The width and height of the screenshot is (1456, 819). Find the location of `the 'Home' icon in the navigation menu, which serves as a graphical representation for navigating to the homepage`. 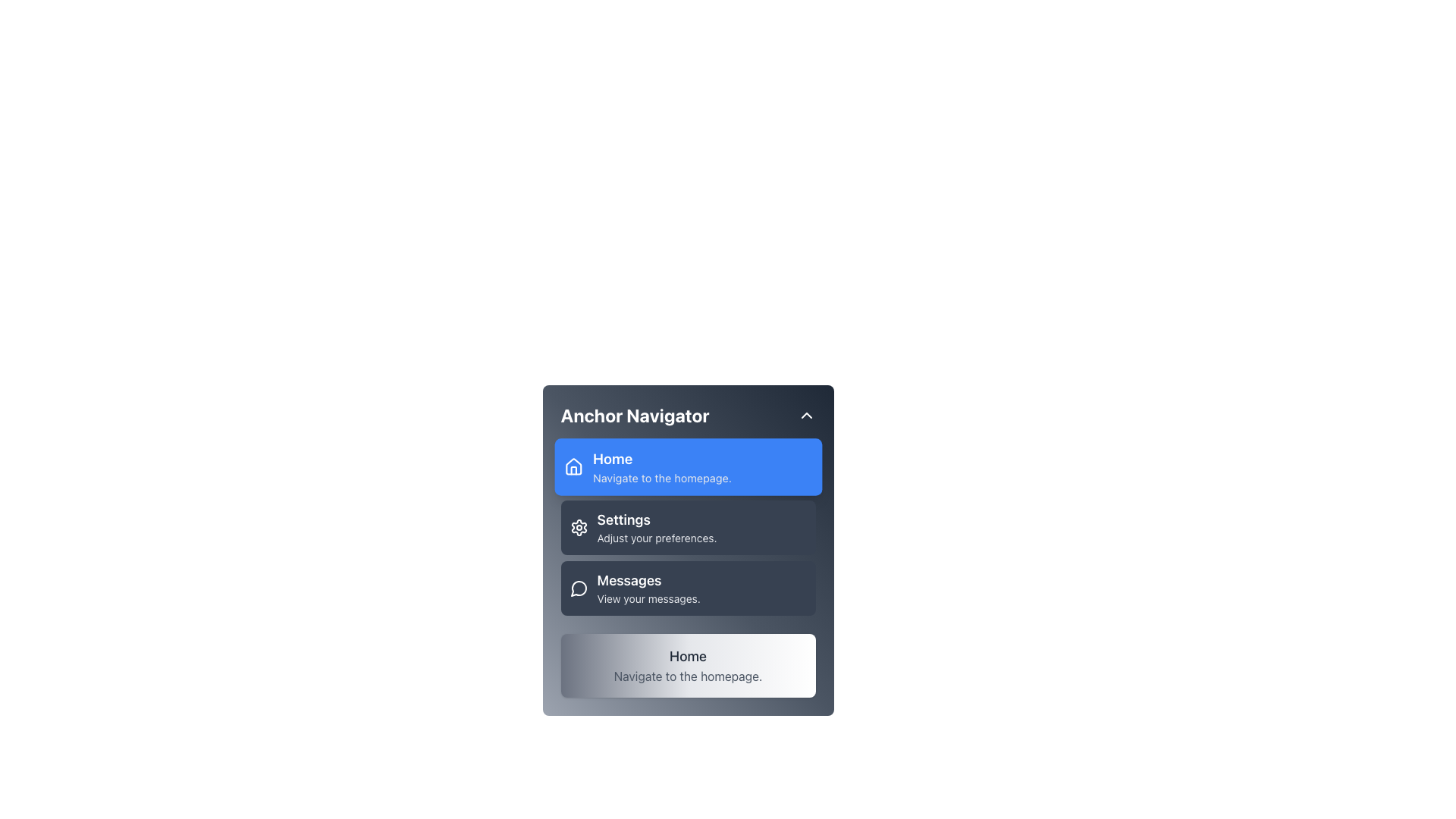

the 'Home' icon in the navigation menu, which serves as a graphical representation for navigating to the homepage is located at coordinates (573, 466).